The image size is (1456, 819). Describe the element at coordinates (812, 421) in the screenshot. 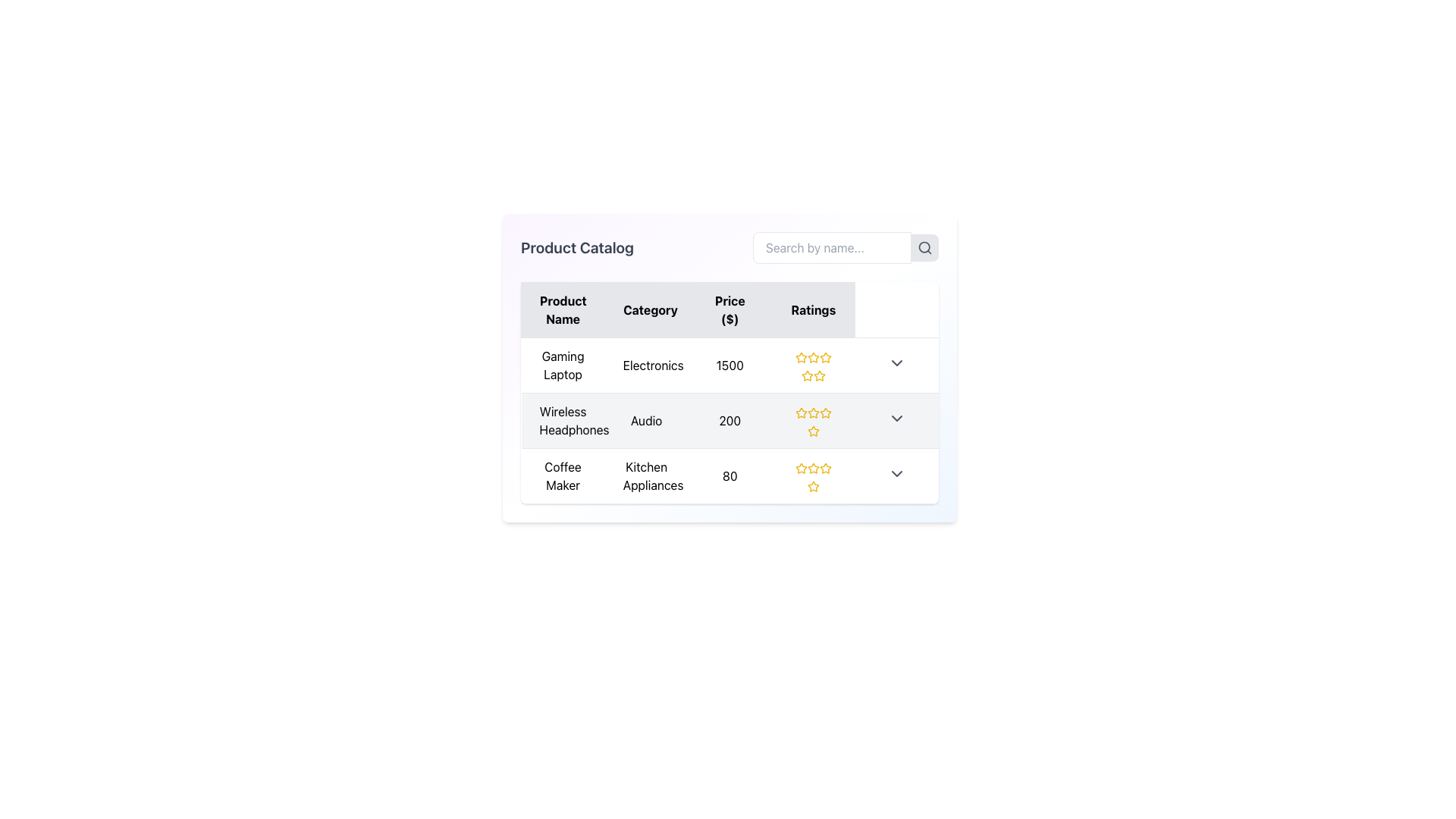

I see `the star rating indicator in the ratings column of the 'Wireless Headphones' row` at that location.